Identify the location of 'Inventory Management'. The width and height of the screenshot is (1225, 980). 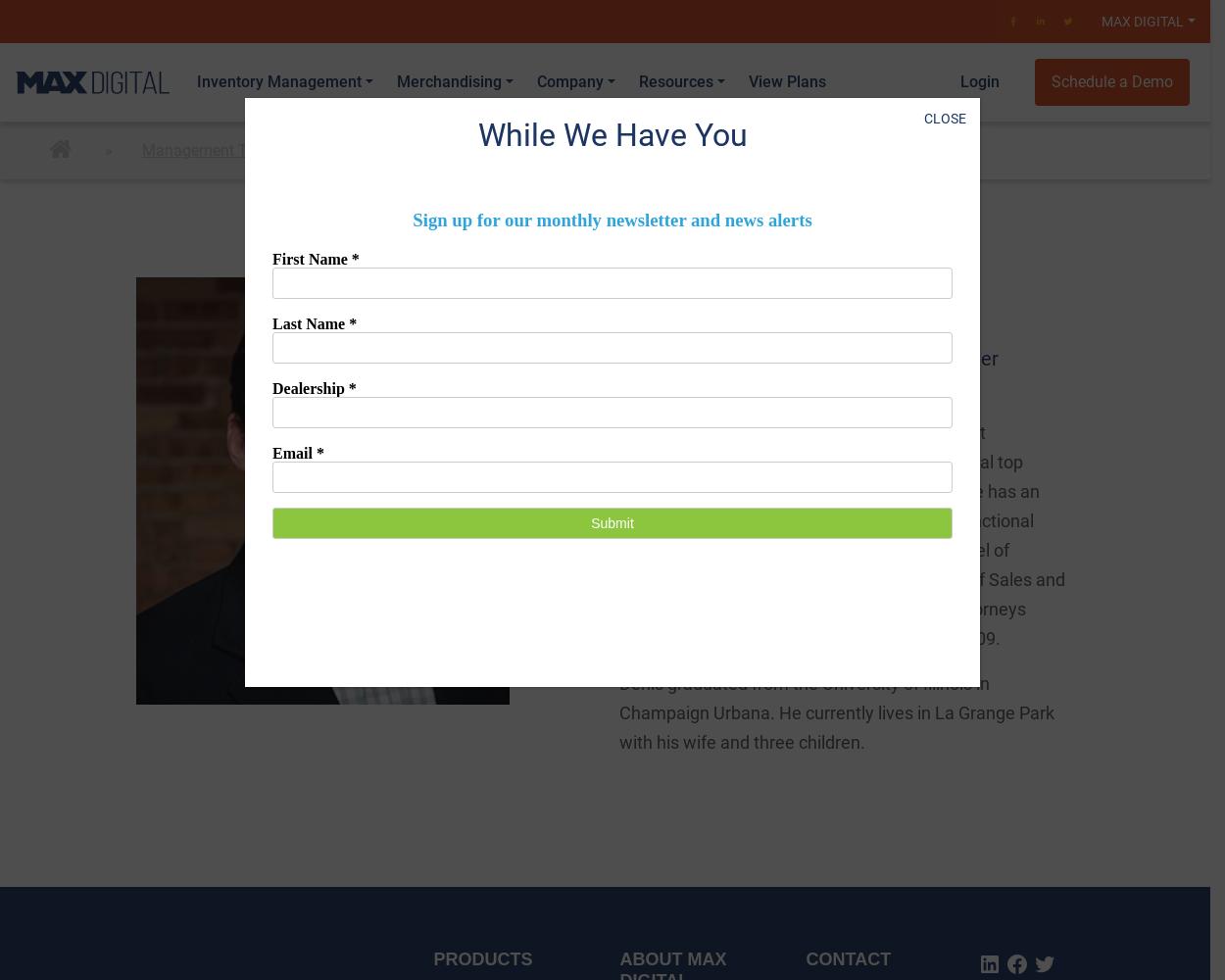
(278, 80).